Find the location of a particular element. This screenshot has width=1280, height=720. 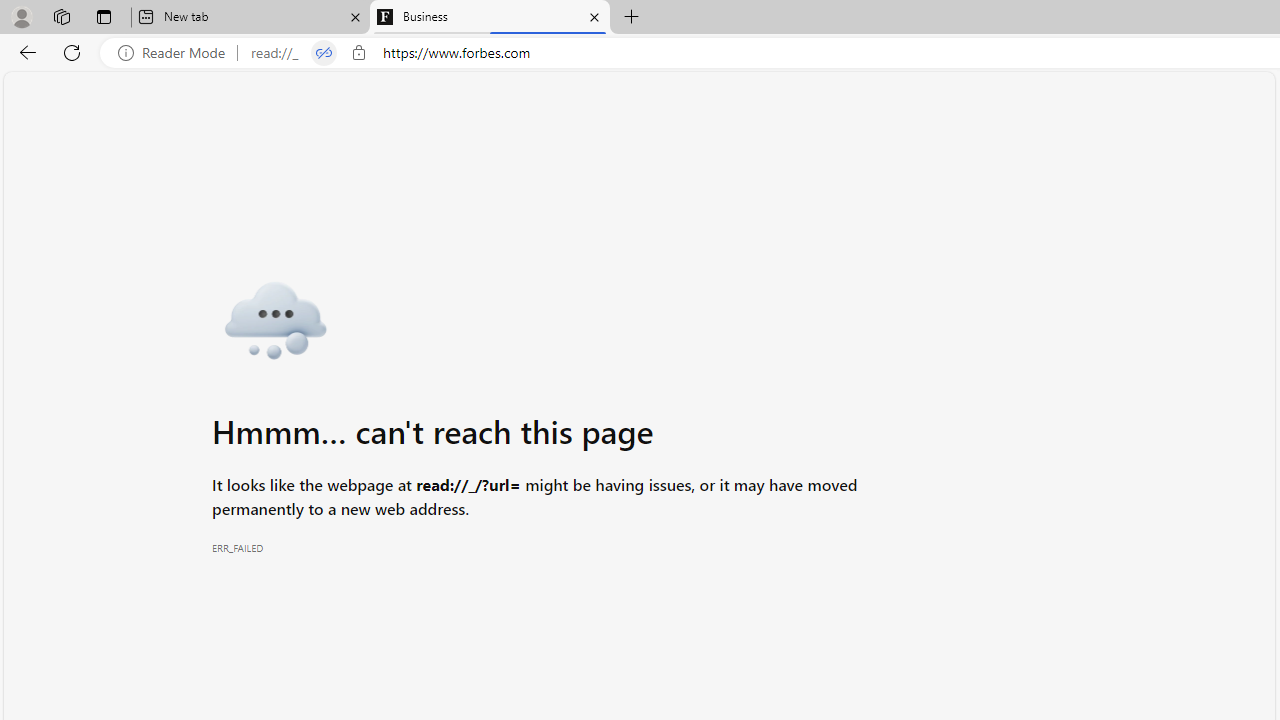

'Reader Mode' is located at coordinates (177, 52).